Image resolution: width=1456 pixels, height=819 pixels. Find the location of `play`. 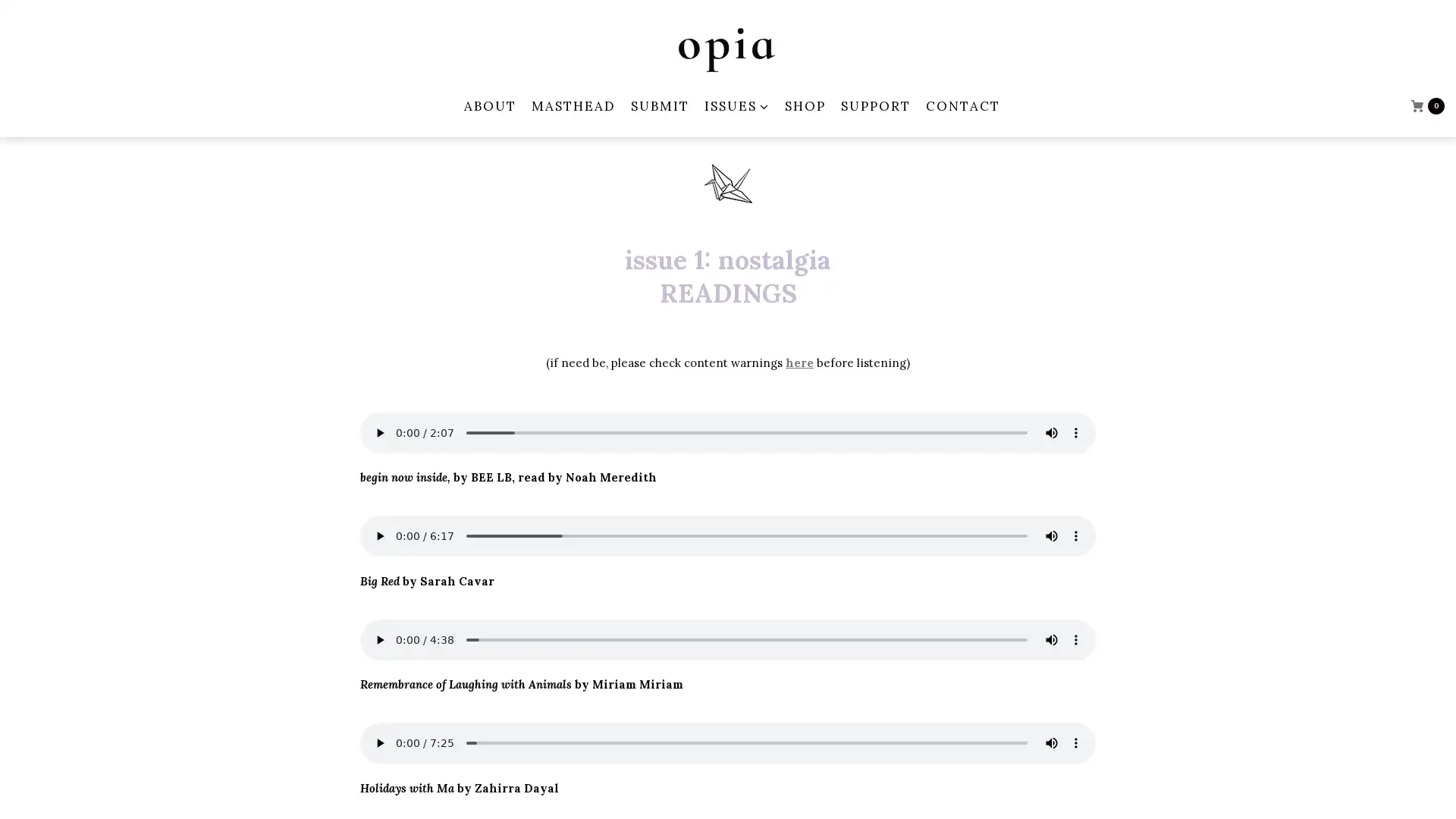

play is located at coordinates (379, 742).